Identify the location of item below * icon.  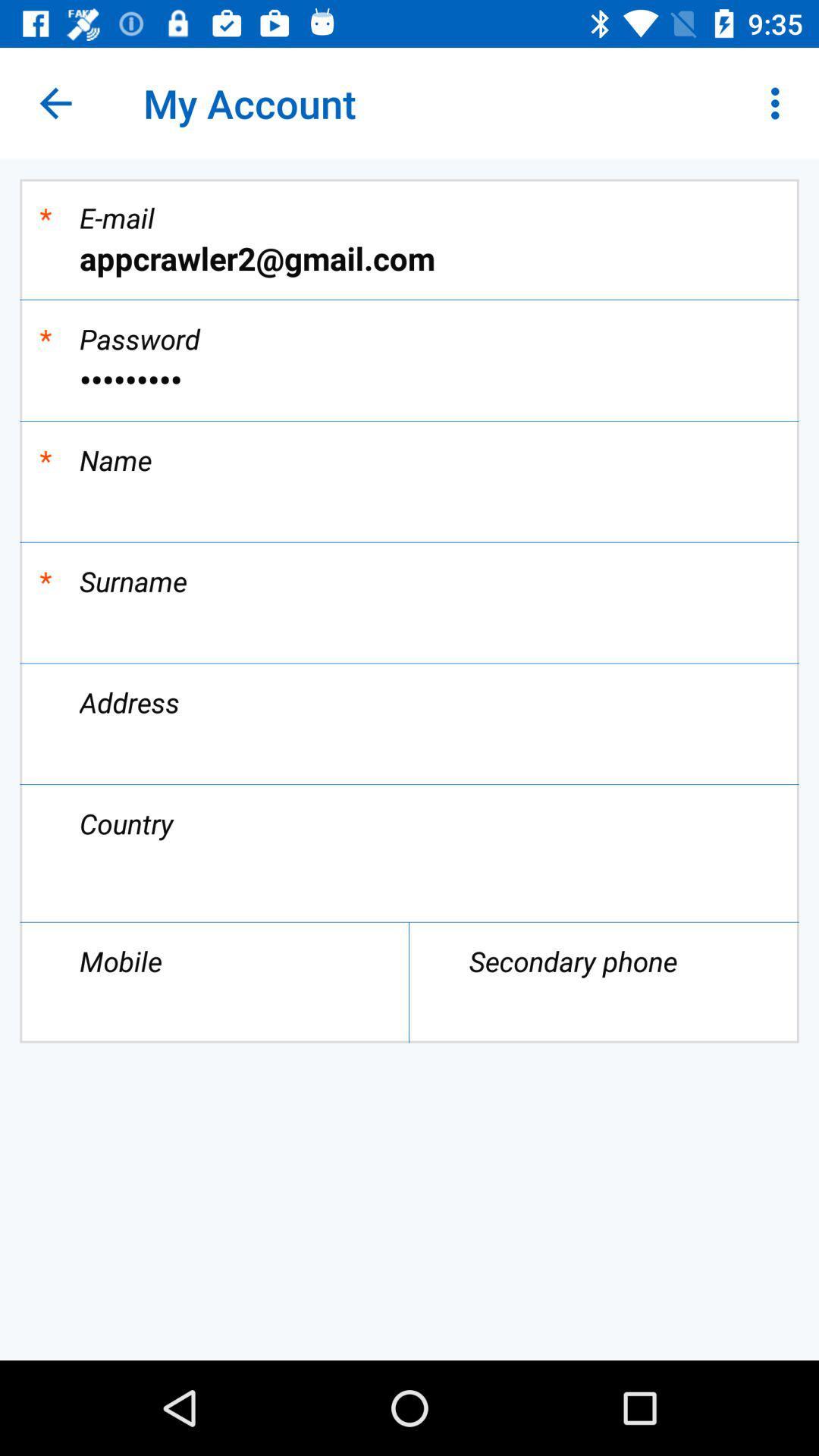
(409, 379).